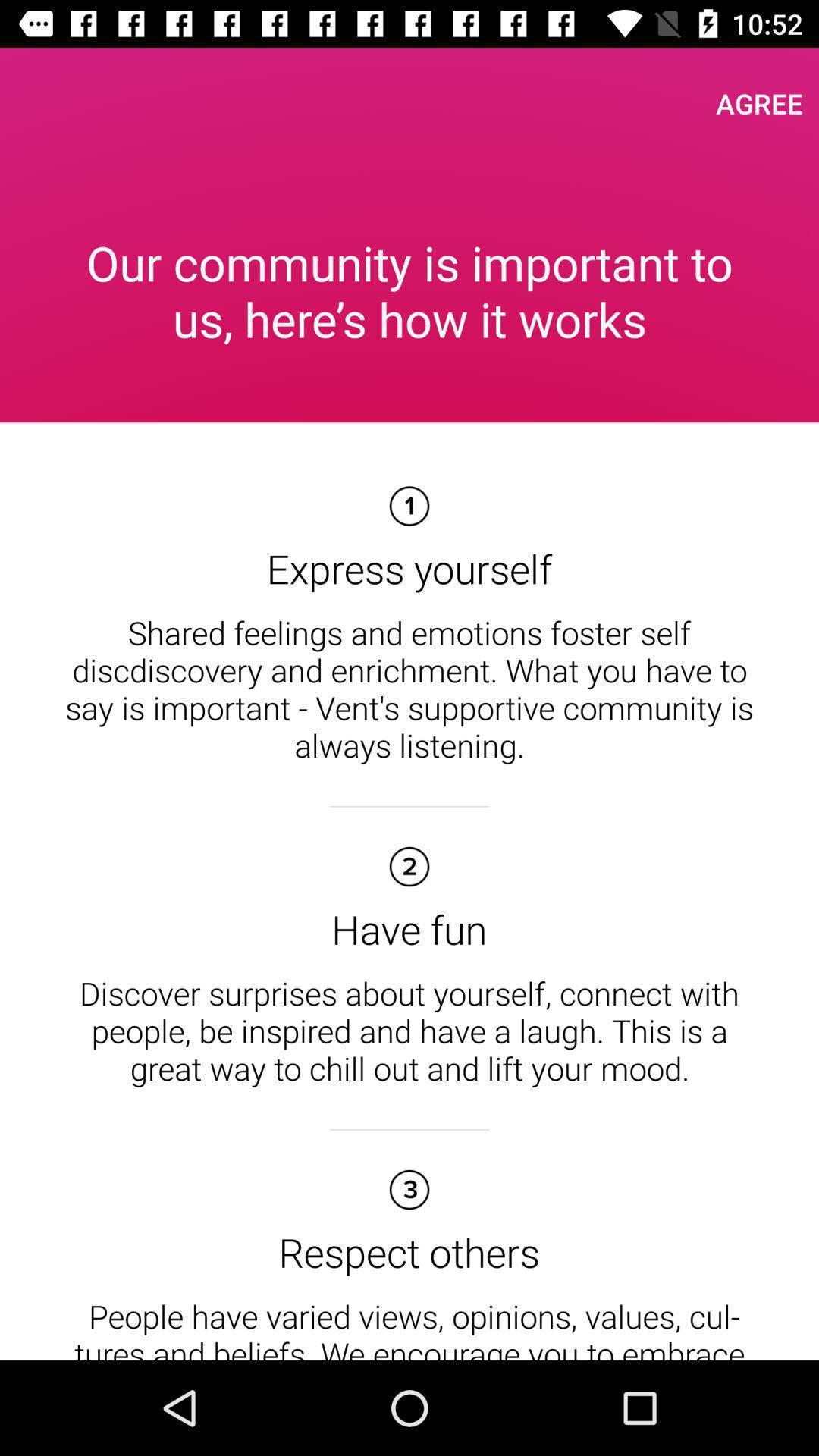  Describe the element at coordinates (759, 102) in the screenshot. I see `icon at the top right corner` at that location.